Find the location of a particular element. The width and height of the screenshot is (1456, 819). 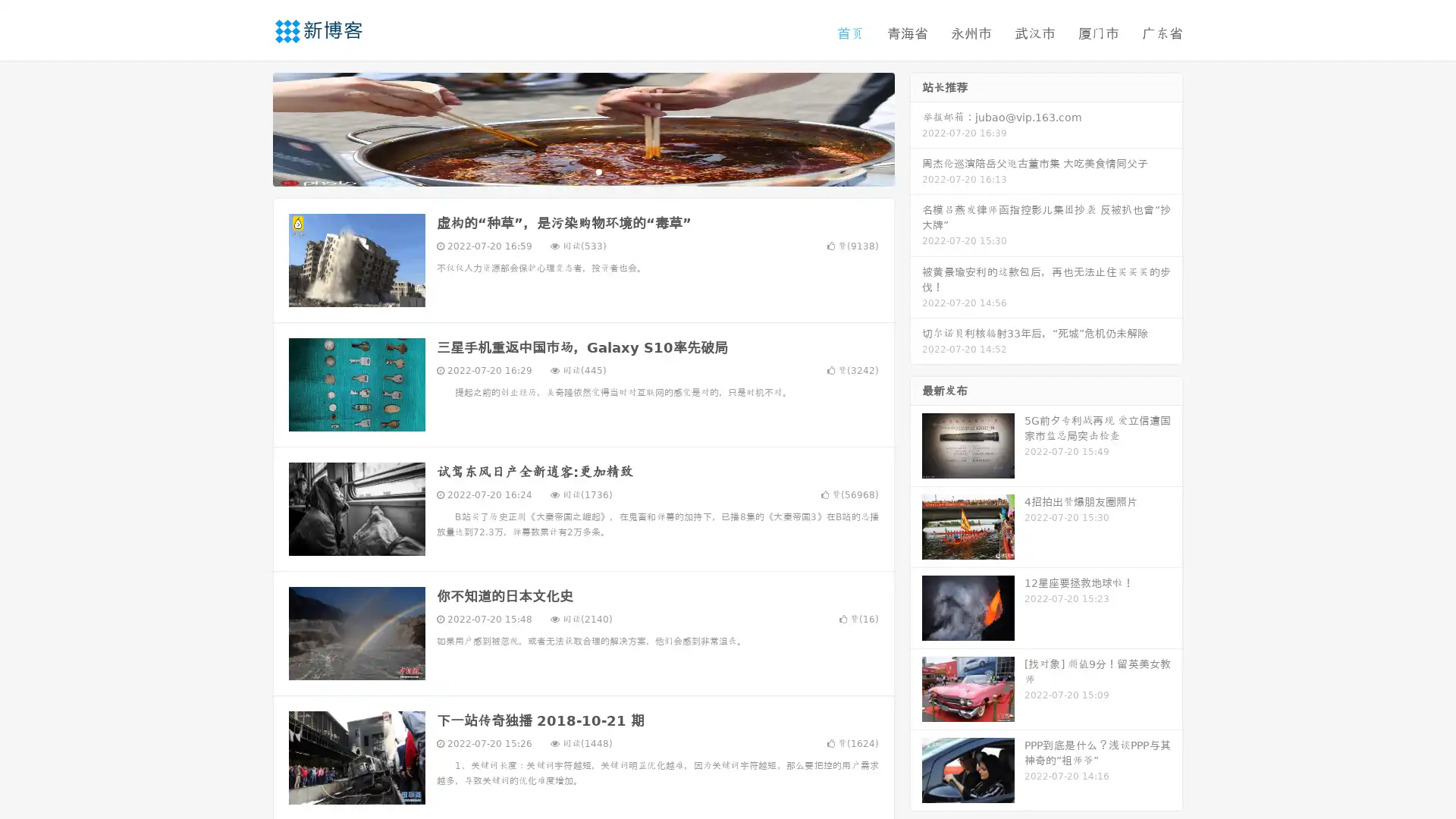

Previous slide is located at coordinates (250, 127).